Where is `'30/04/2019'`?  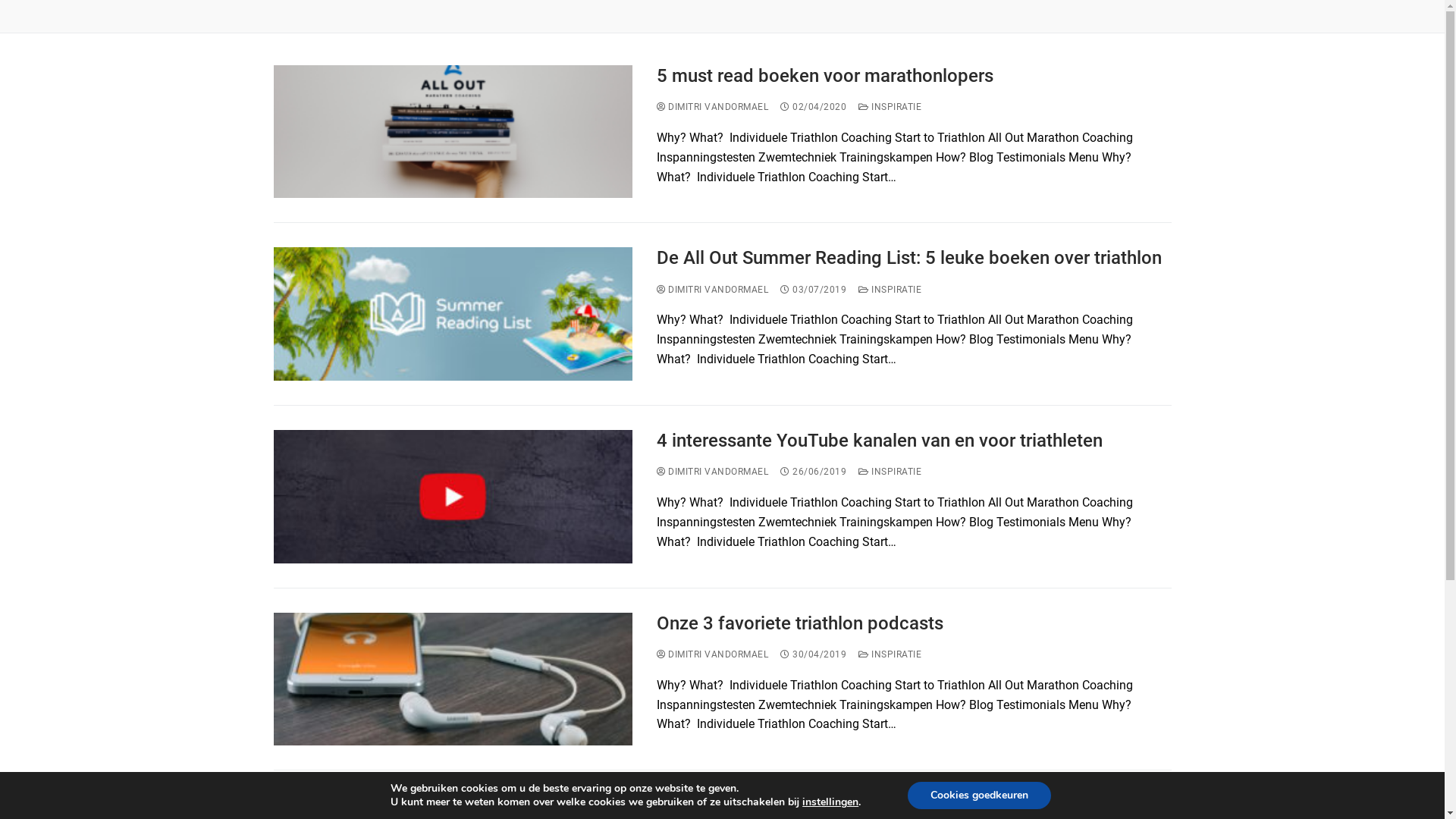 '30/04/2019' is located at coordinates (812, 654).